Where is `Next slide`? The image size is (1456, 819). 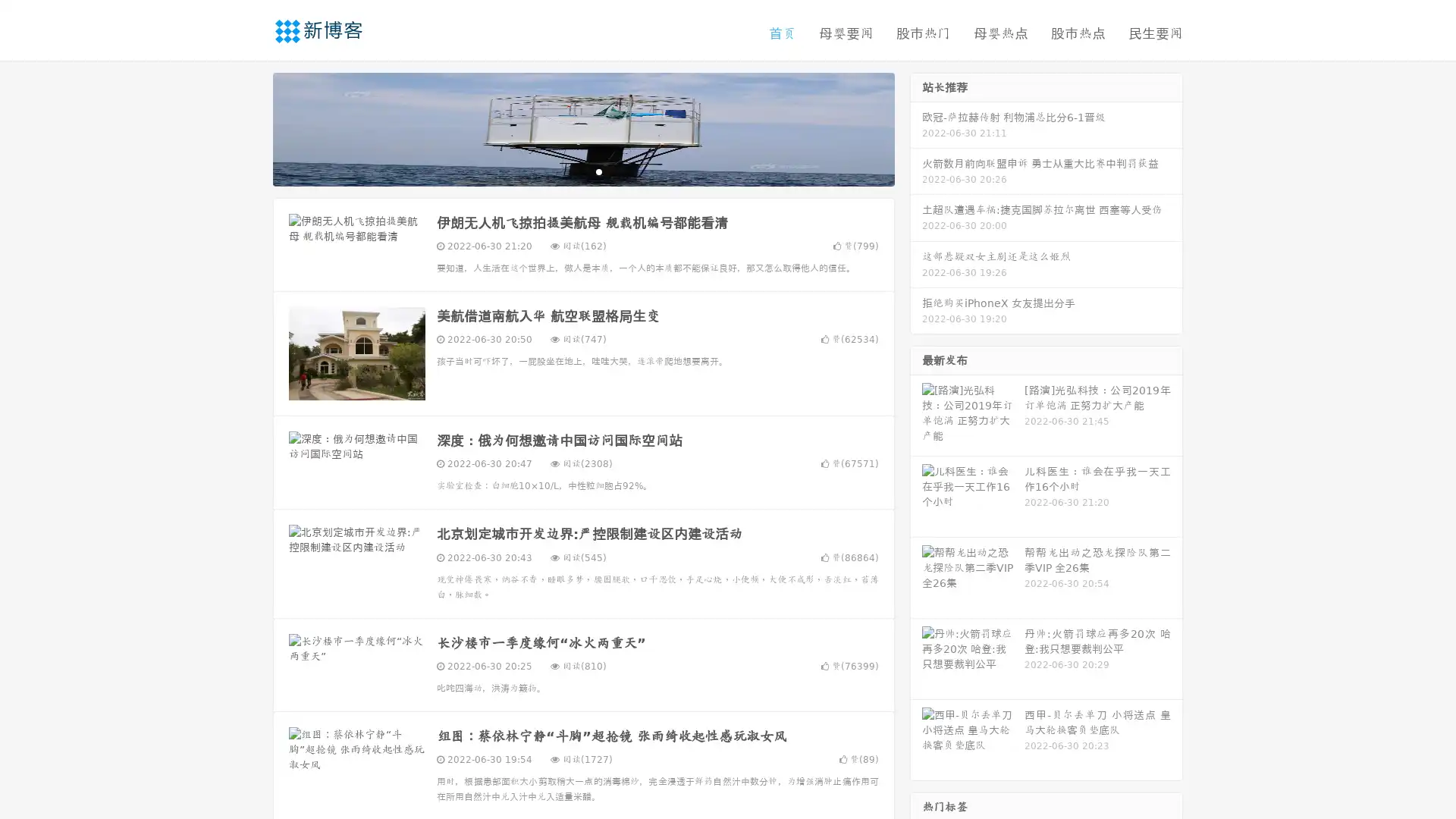
Next slide is located at coordinates (916, 127).